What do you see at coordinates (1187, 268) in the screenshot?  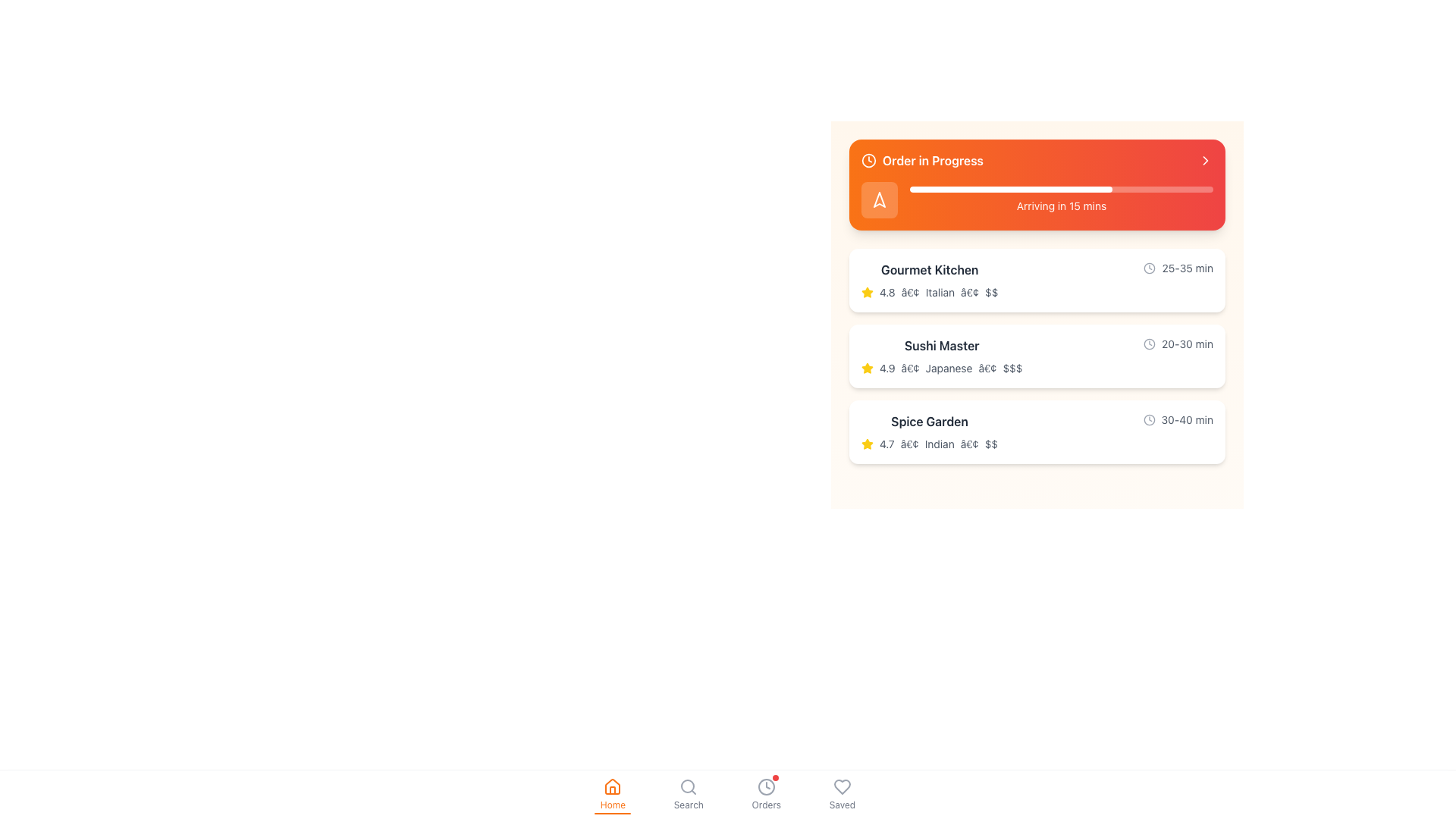 I see `the text element displaying '25-35 min' in dark gray color, located to the right of a clock icon, which is part of a restaurant options card` at bounding box center [1187, 268].